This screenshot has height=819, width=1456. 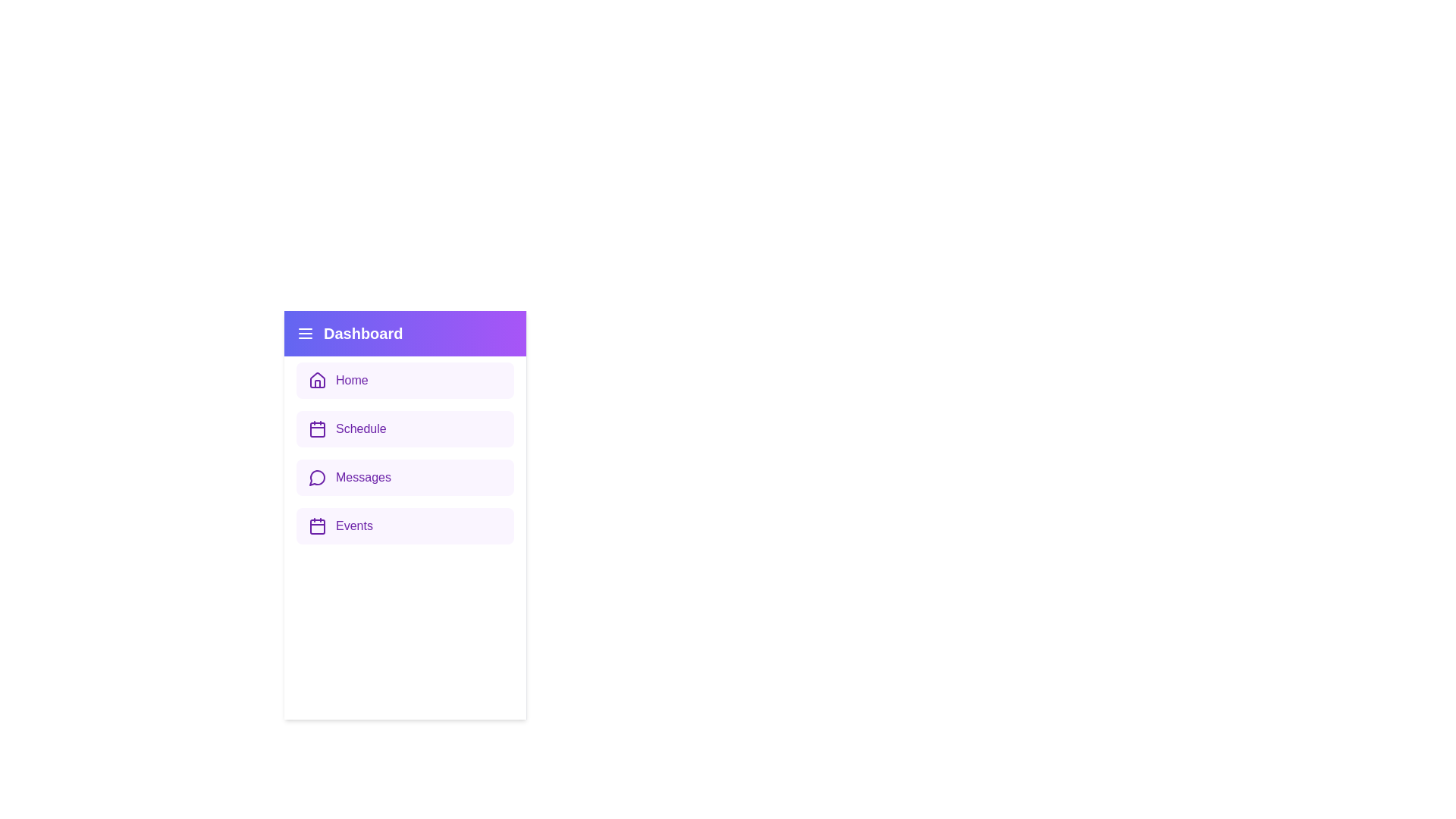 What do you see at coordinates (405, 332) in the screenshot?
I see `the Dashboard section of the sidebar to inspect its layout and design` at bounding box center [405, 332].